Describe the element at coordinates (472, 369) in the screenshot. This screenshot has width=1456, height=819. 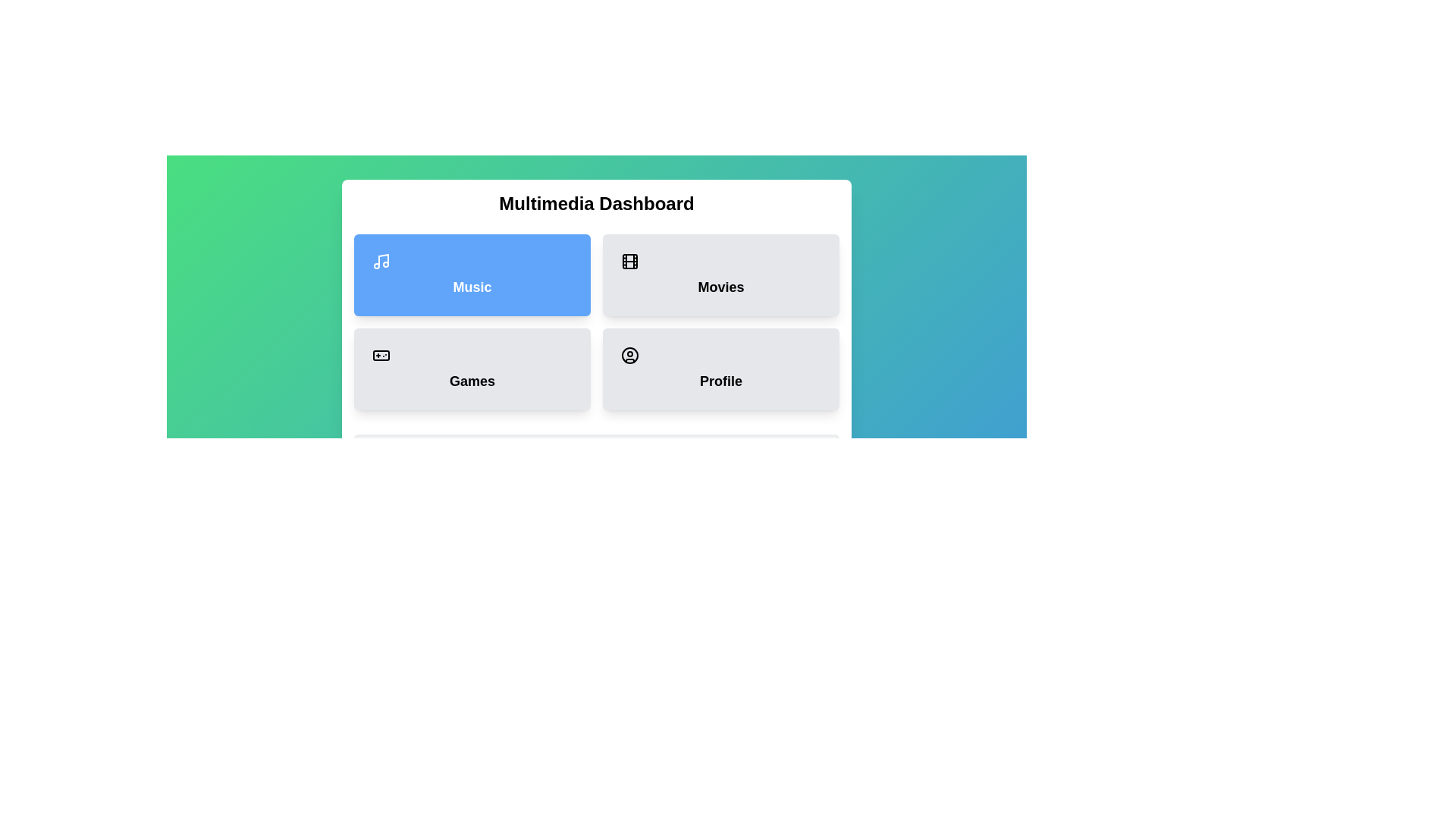
I see `the Games button to display its description` at that location.